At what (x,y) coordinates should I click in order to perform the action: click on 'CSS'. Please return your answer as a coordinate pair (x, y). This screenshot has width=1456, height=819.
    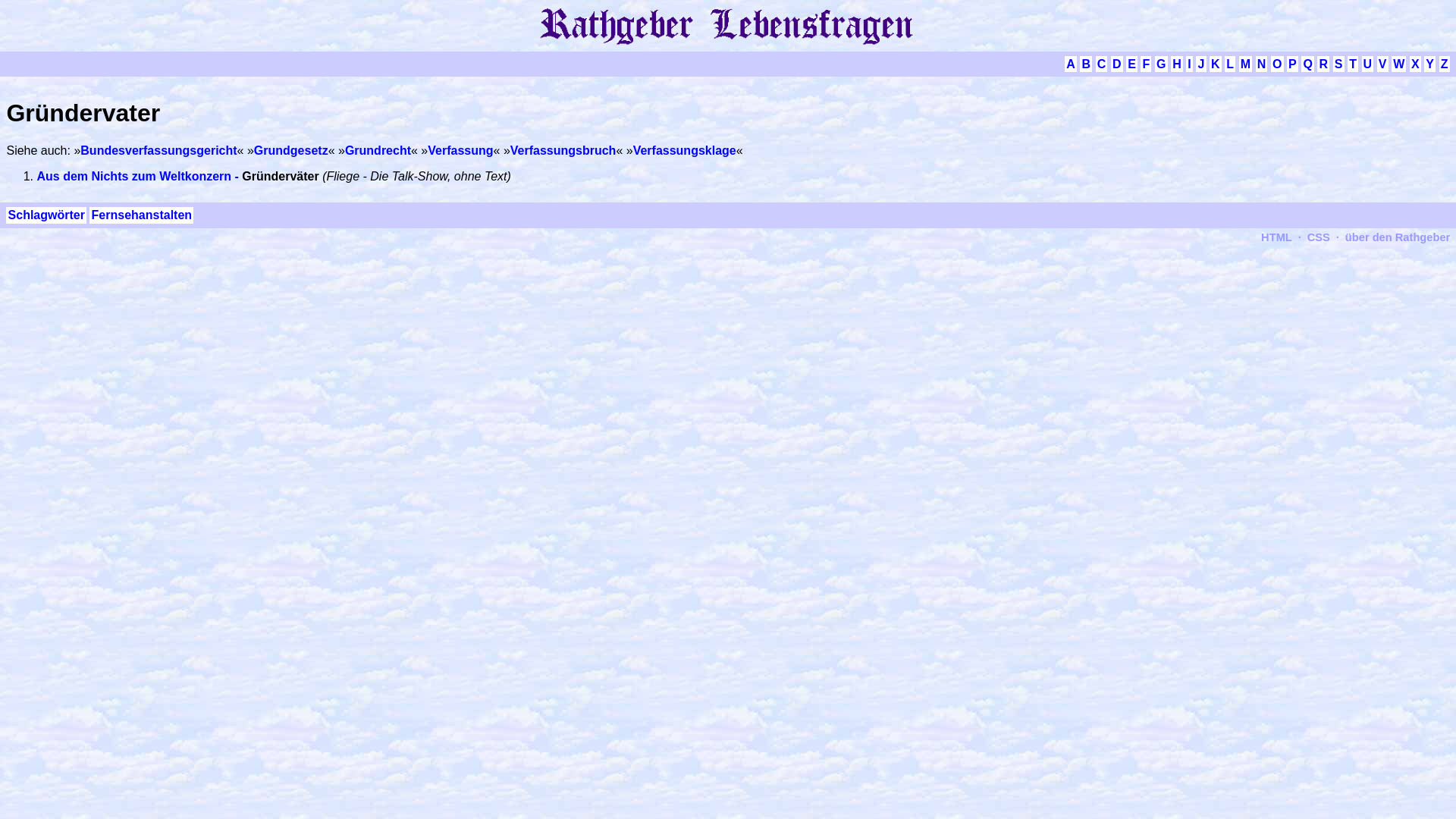
    Looking at the image, I should click on (1317, 237).